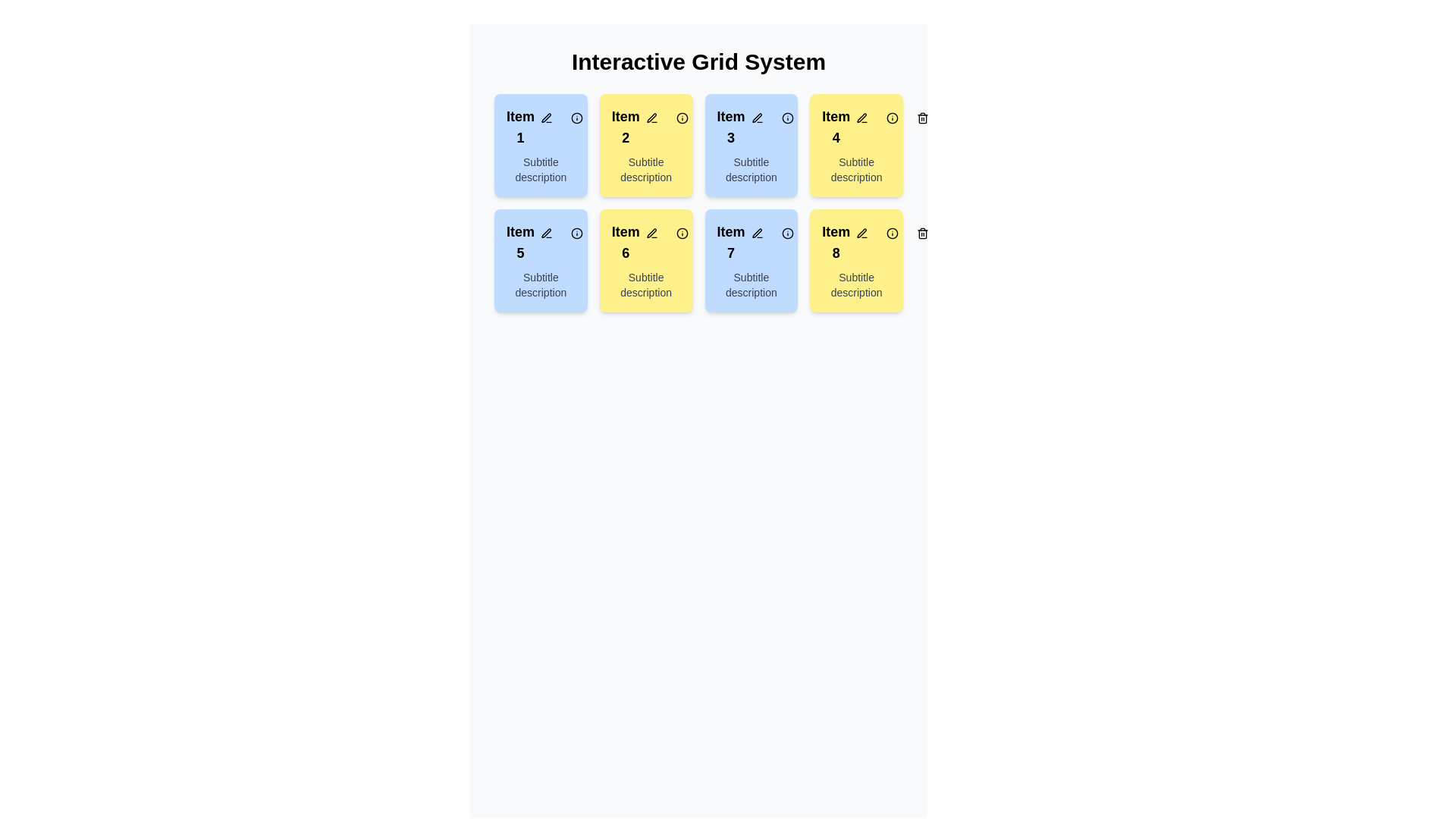  What do you see at coordinates (546, 234) in the screenshot?
I see `the edit icon located in the top-right section of the fifth tile labeled 'Item 5'` at bounding box center [546, 234].